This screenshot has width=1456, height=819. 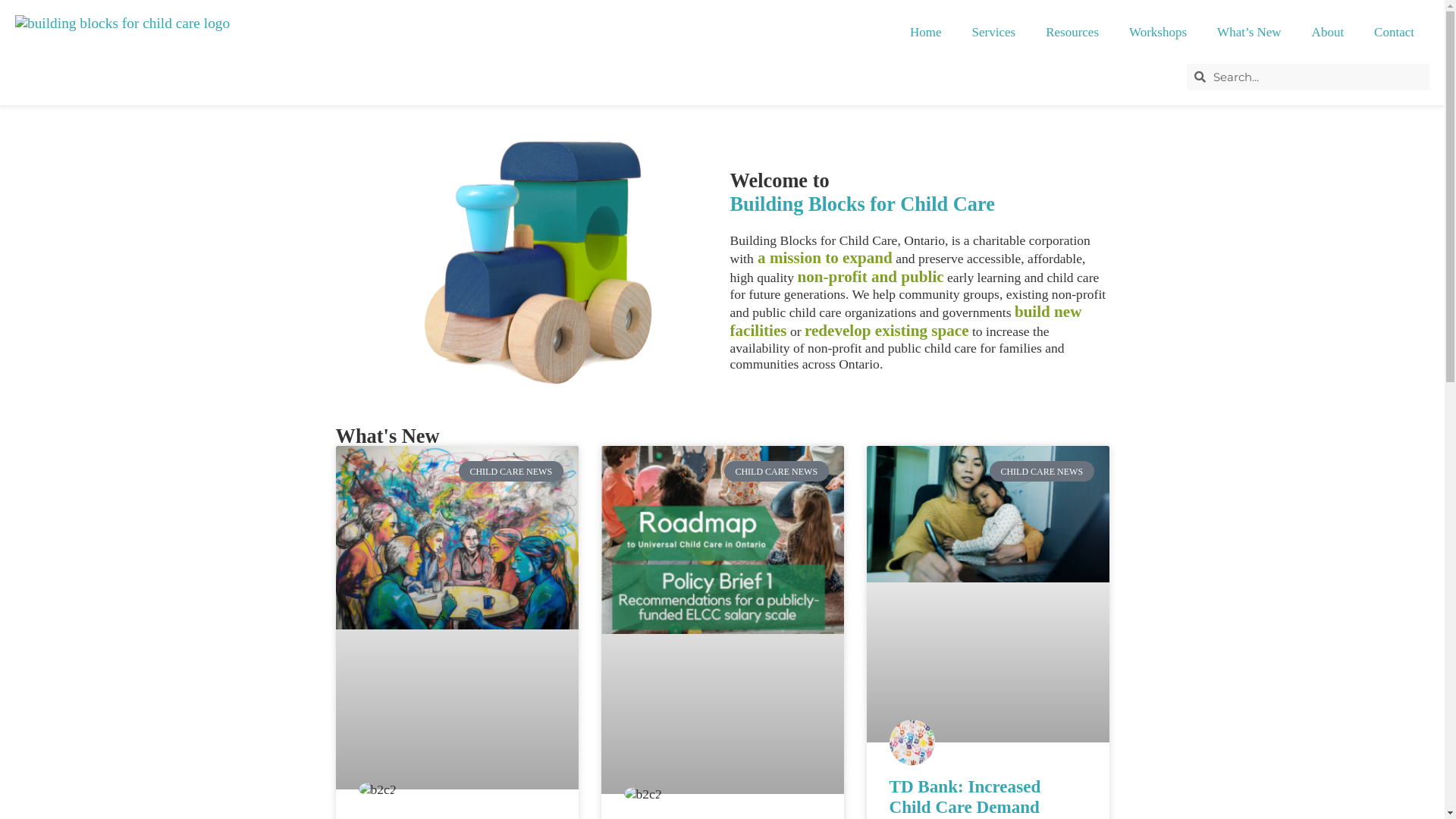 What do you see at coordinates (924, 32) in the screenshot?
I see `'Home'` at bounding box center [924, 32].